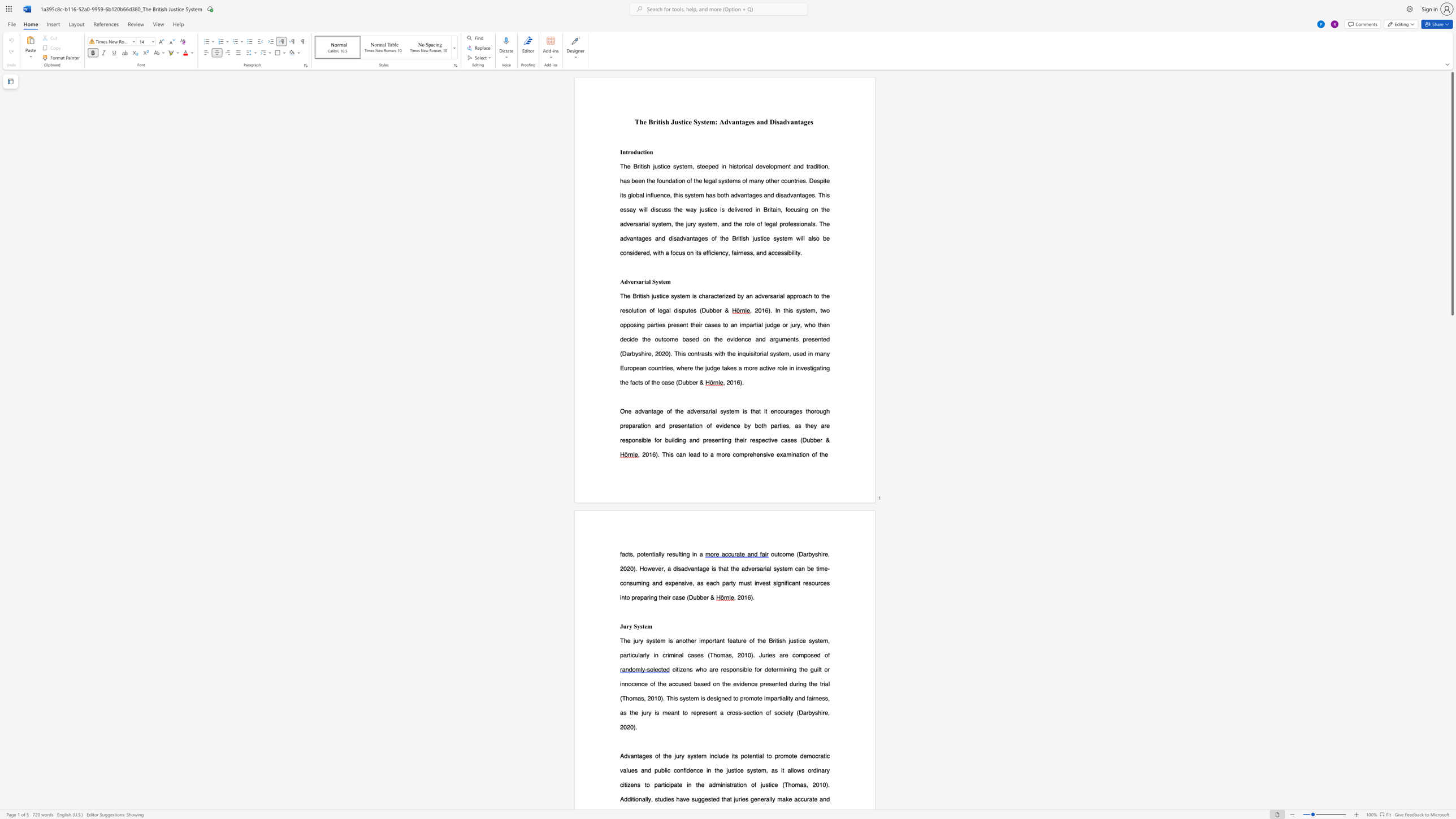 The image size is (1456, 819). Describe the element at coordinates (757, 798) in the screenshot. I see `the subset text "nerally ma" within the text "generally make"` at that location.